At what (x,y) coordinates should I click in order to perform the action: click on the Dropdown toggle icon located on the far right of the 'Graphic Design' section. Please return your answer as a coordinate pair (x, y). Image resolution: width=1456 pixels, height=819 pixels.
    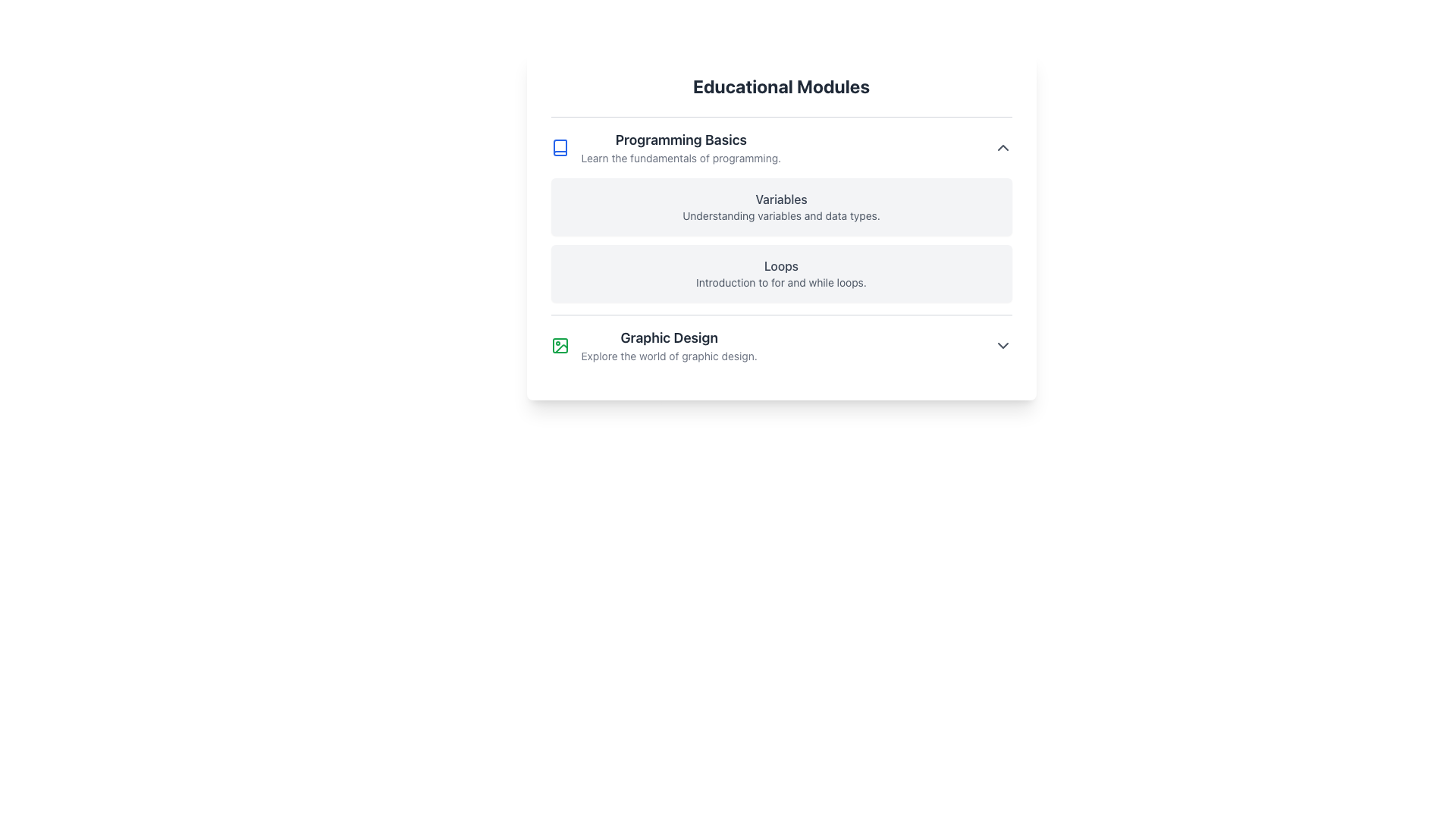
    Looking at the image, I should click on (1003, 345).